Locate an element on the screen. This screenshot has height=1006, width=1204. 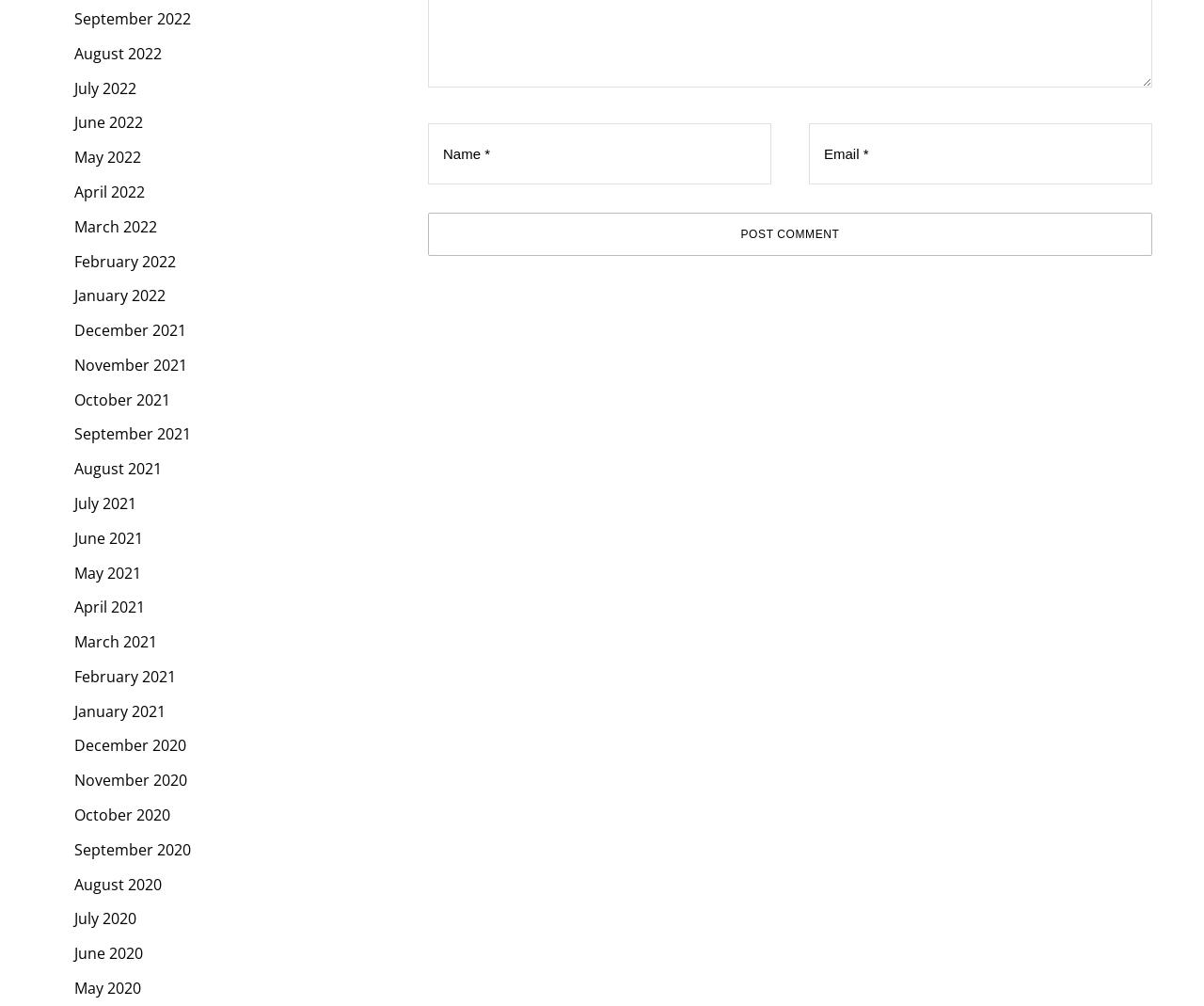
'July 2020' is located at coordinates (104, 918).